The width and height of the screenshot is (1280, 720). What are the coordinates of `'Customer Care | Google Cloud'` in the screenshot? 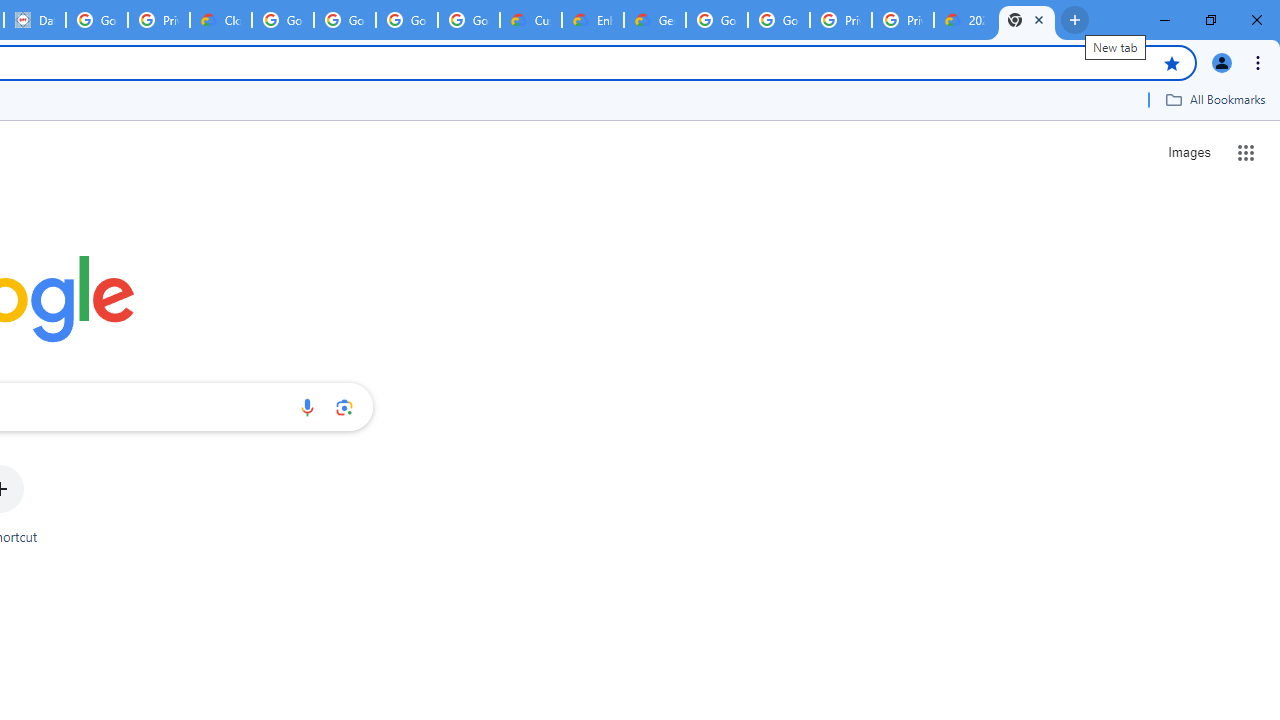 It's located at (531, 20).